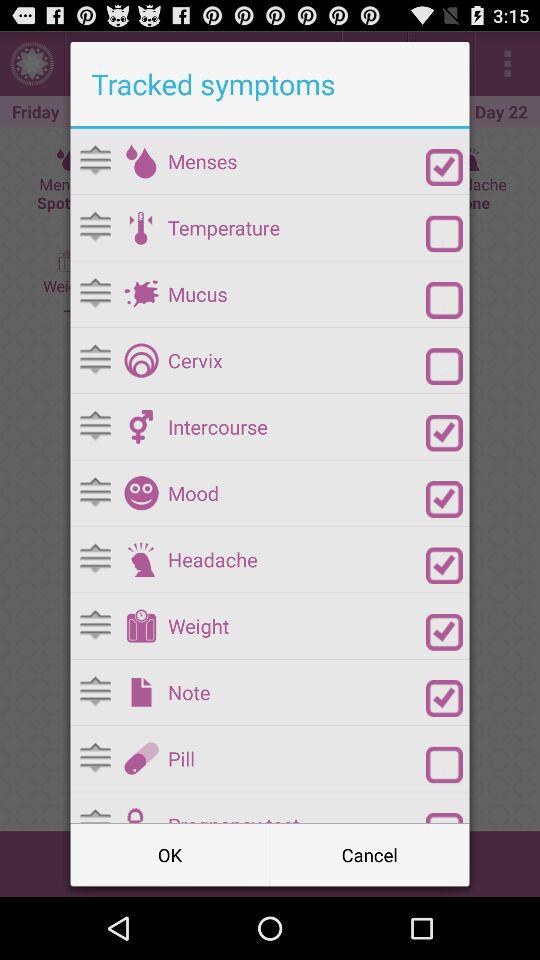  I want to click on select option, so click(444, 233).